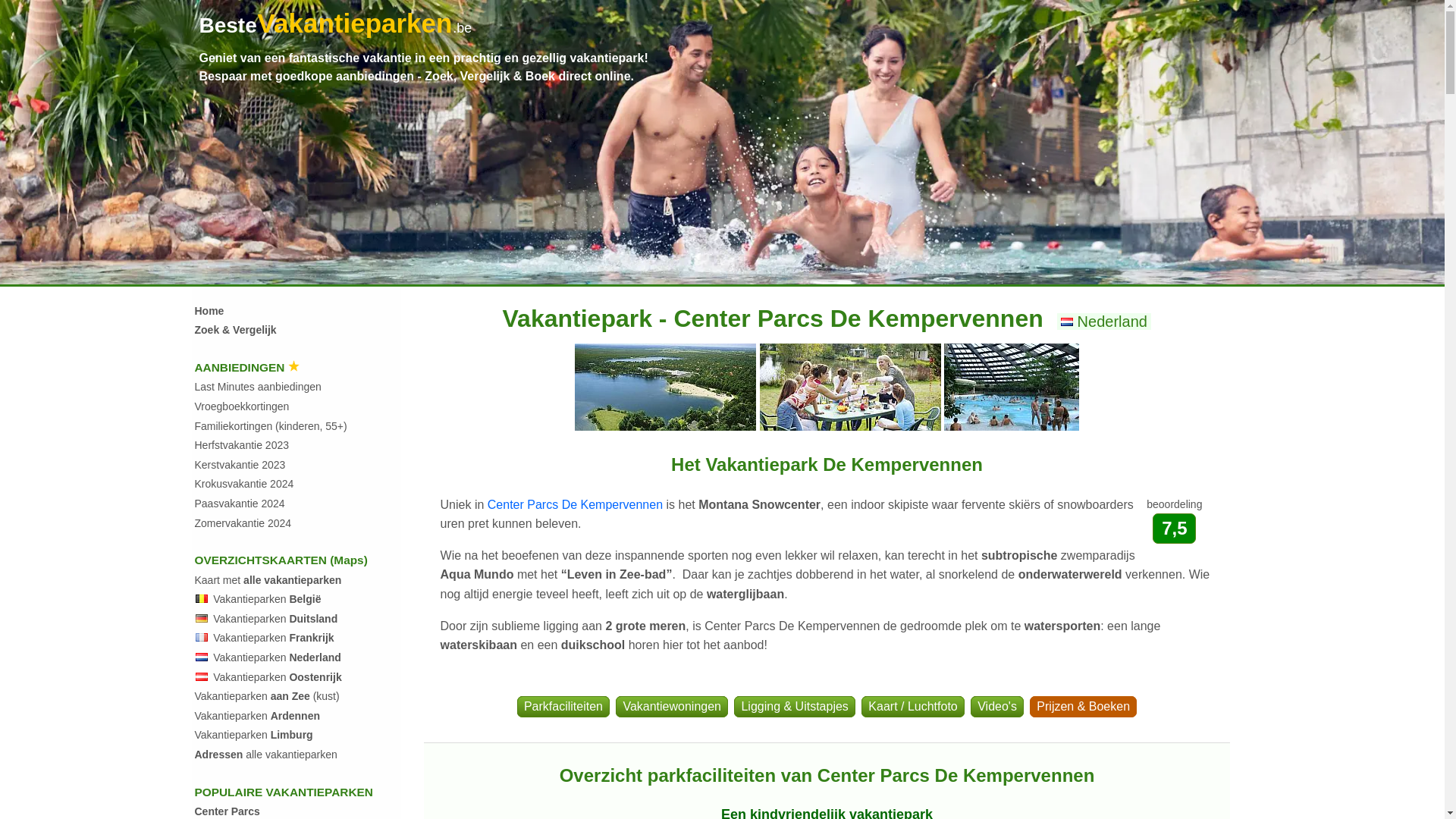 The image size is (1456, 819). I want to click on 'Kaart met alle vakantieparken', so click(268, 579).